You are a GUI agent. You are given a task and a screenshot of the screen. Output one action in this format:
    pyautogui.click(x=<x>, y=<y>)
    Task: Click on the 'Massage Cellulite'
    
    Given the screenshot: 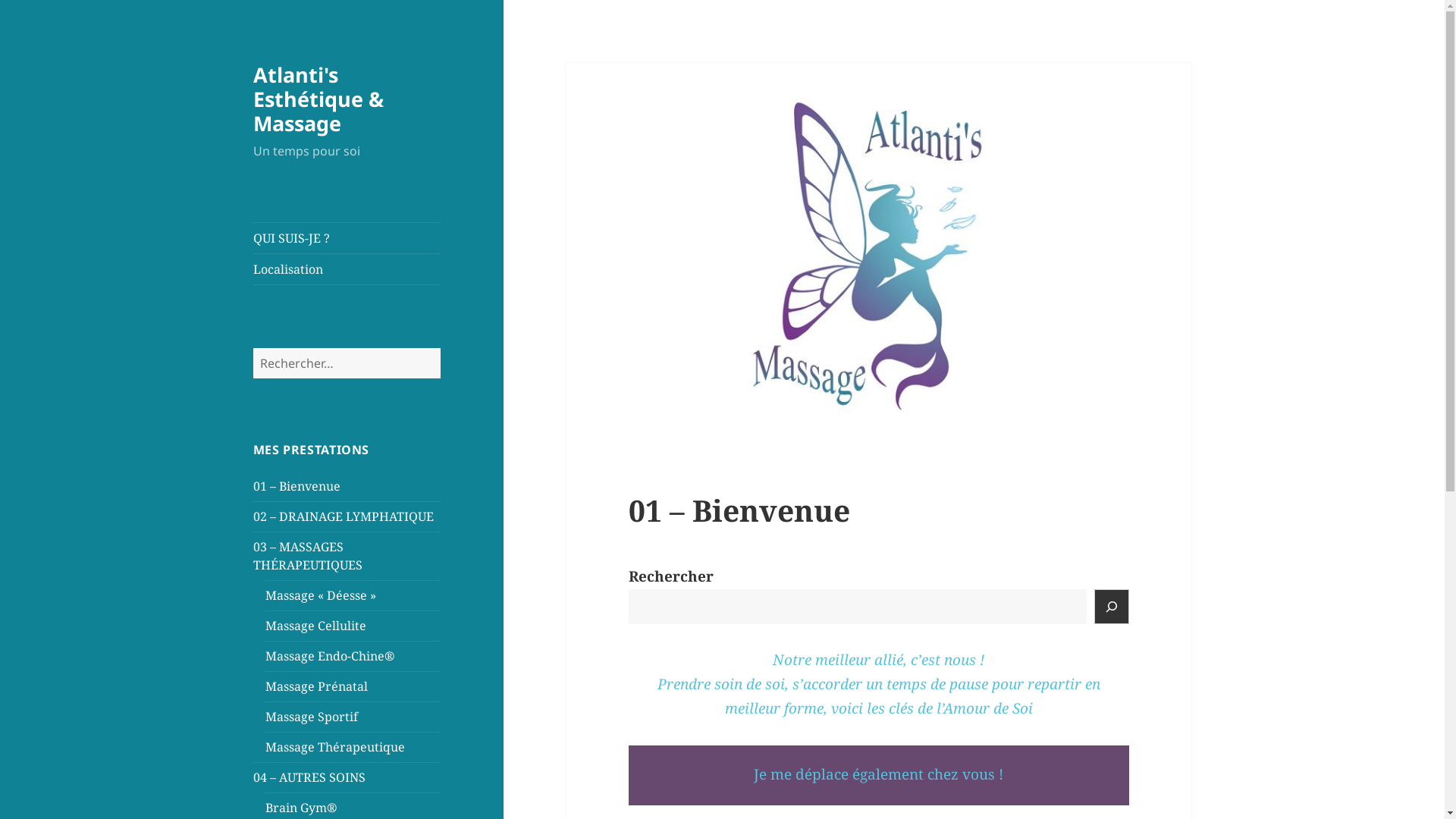 What is the action you would take?
    pyautogui.click(x=315, y=626)
    